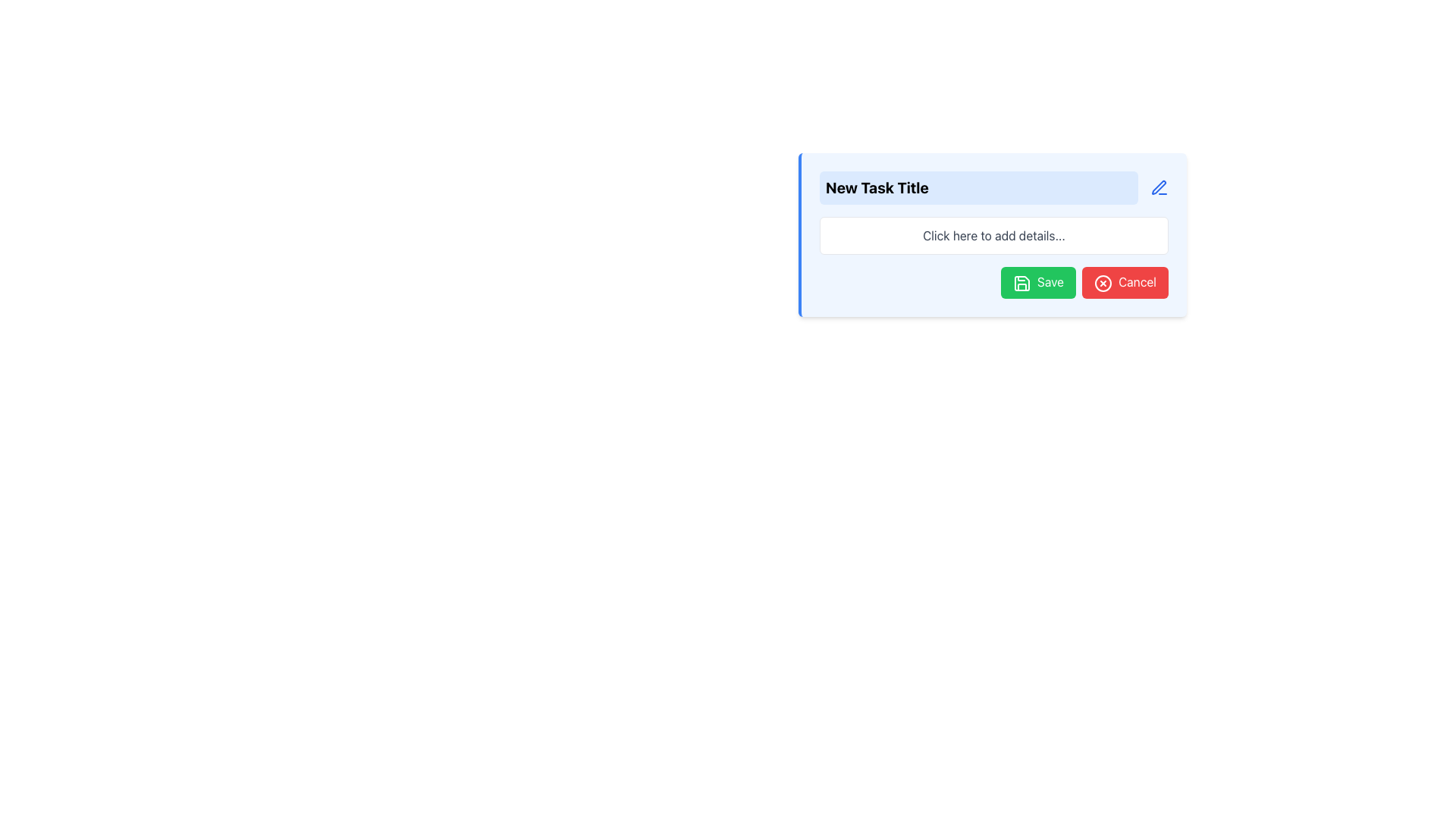 The image size is (1456, 819). I want to click on the green floppy disk icon located to the left of the 'Save' button at the bottom center of the interface, so click(1021, 283).